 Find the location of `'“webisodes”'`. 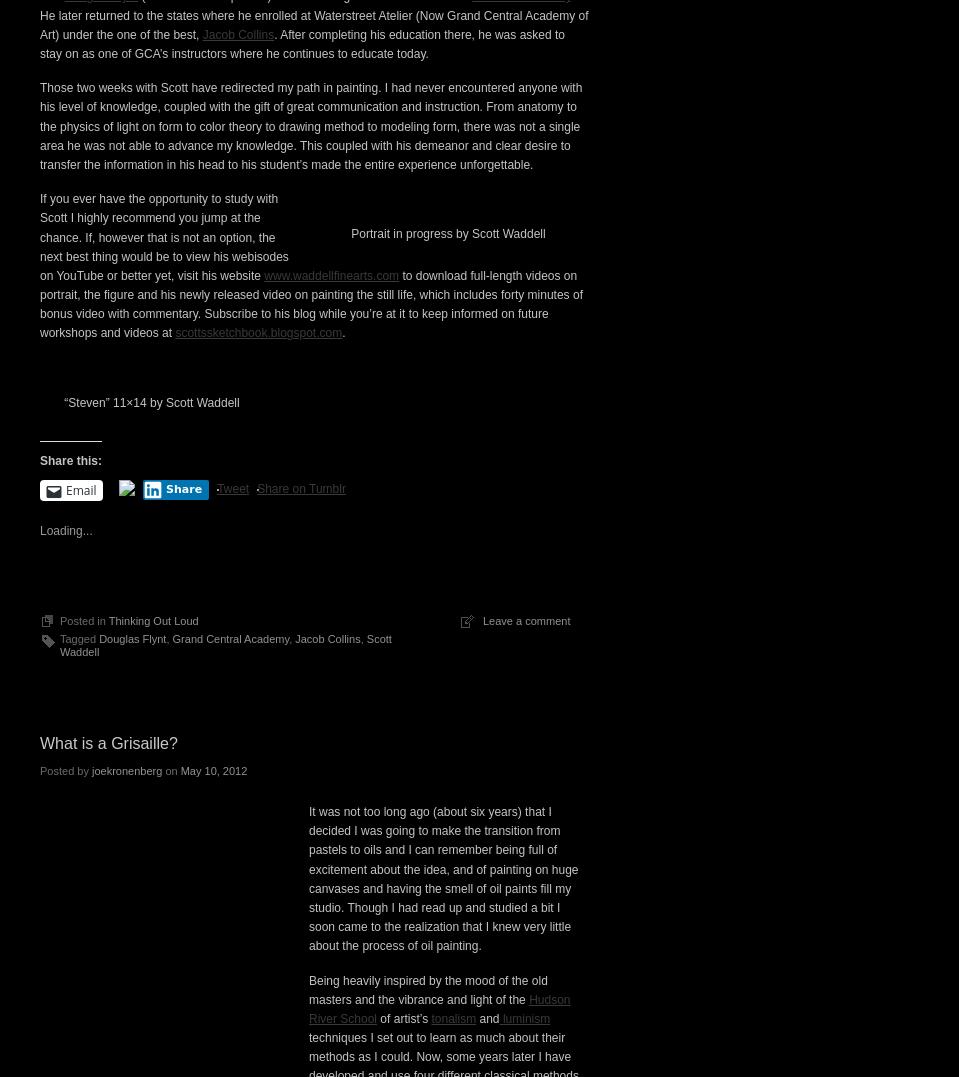

'“webisodes”' is located at coordinates (38, 269).